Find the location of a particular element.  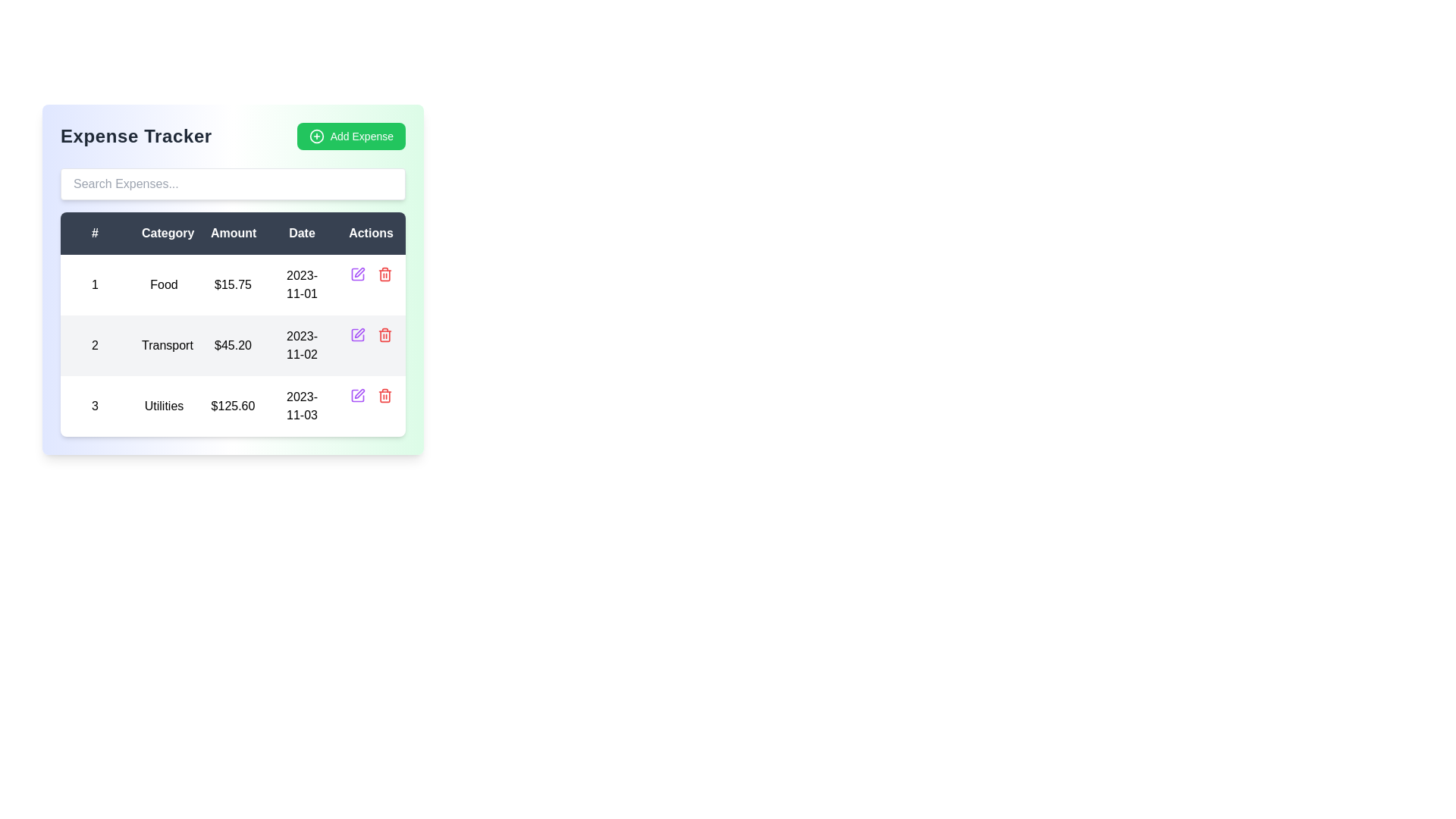

the text label in the first cell of the first row of the table, which represents the index or order of this entry under the '#' column is located at coordinates (94, 284).